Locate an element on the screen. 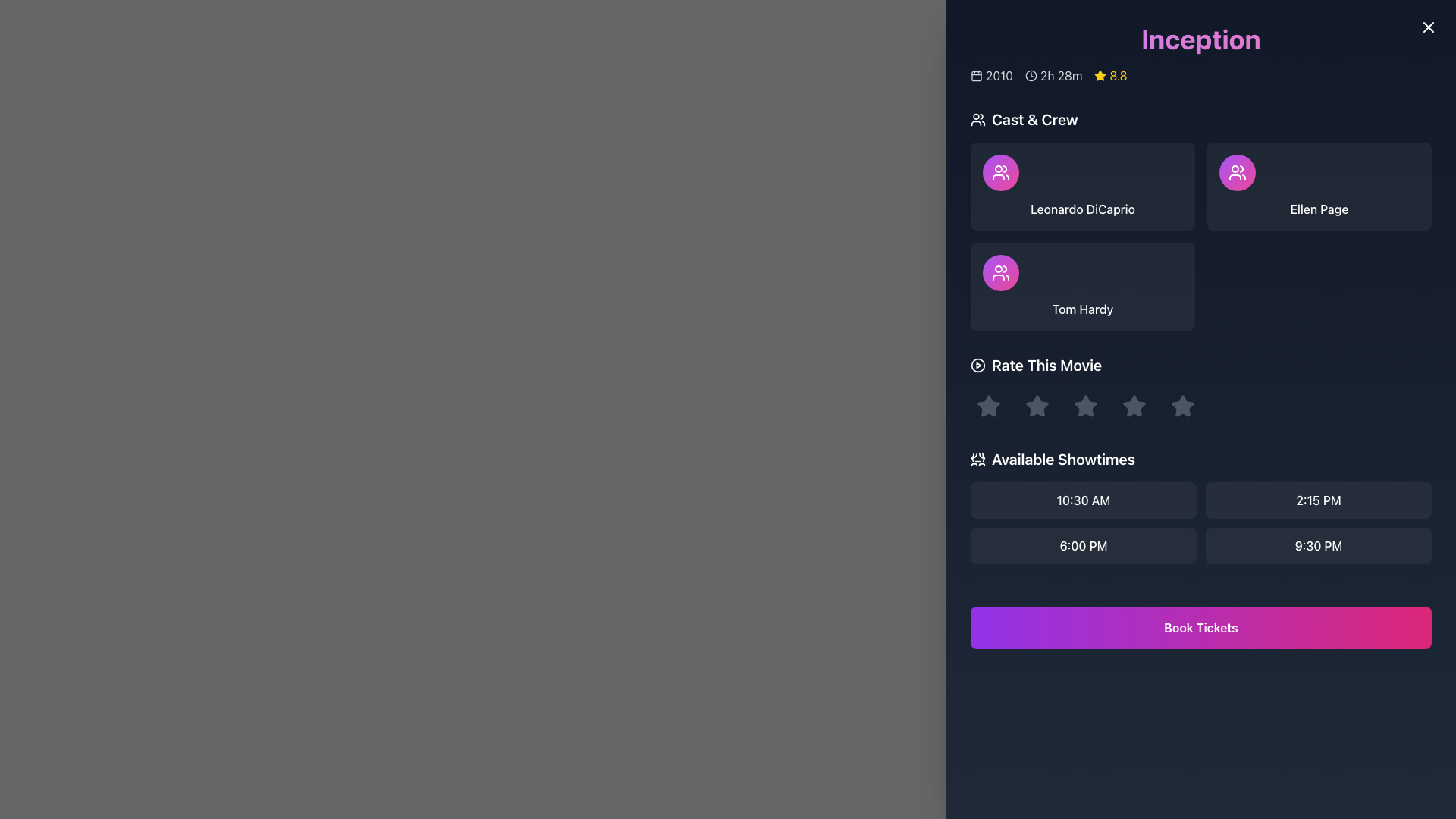 Image resolution: width=1456 pixels, height=819 pixels. the ticket booking button located at the bottom section of the panel is located at coordinates (1200, 619).